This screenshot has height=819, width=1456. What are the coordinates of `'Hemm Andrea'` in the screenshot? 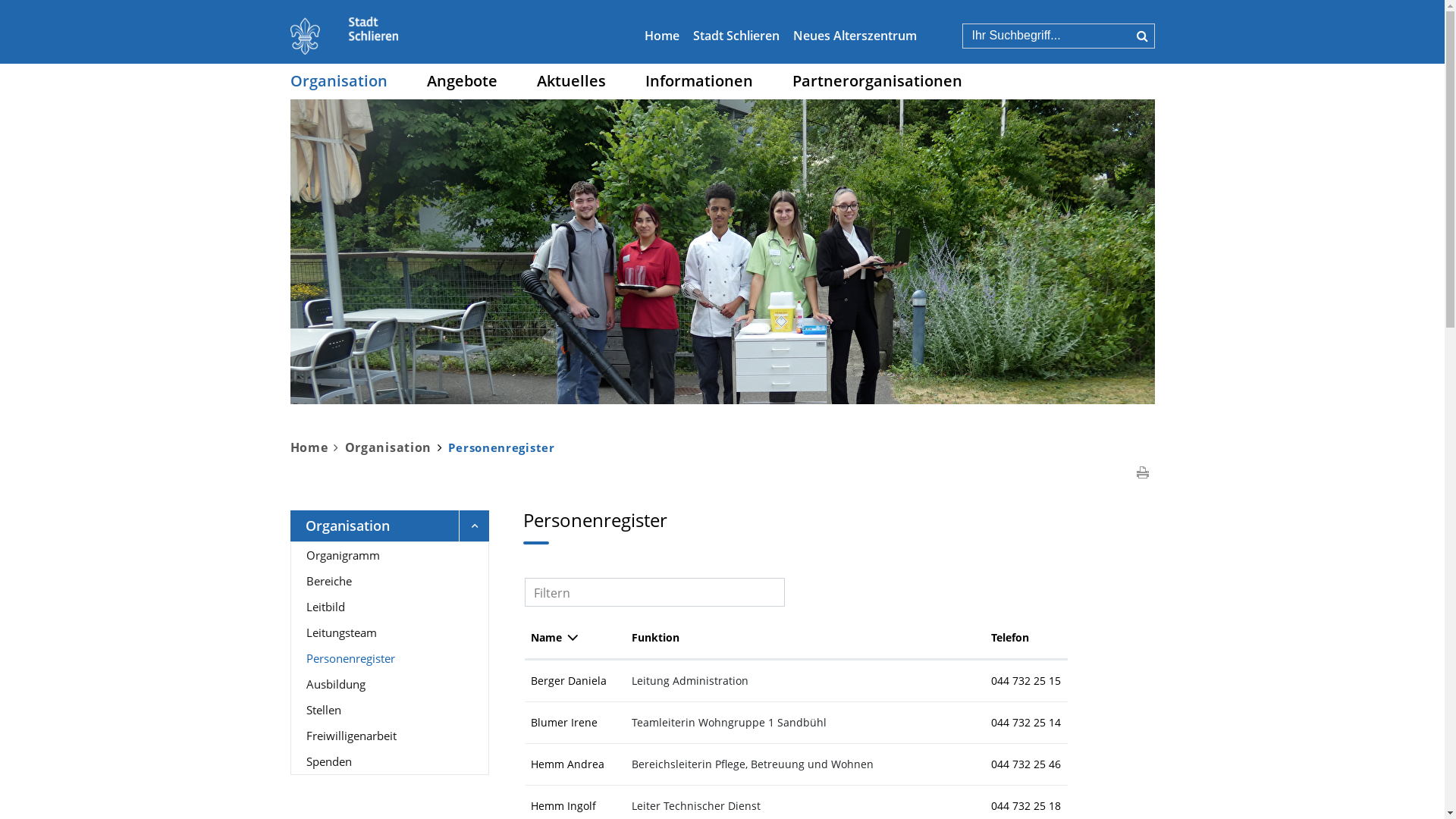 It's located at (531, 764).